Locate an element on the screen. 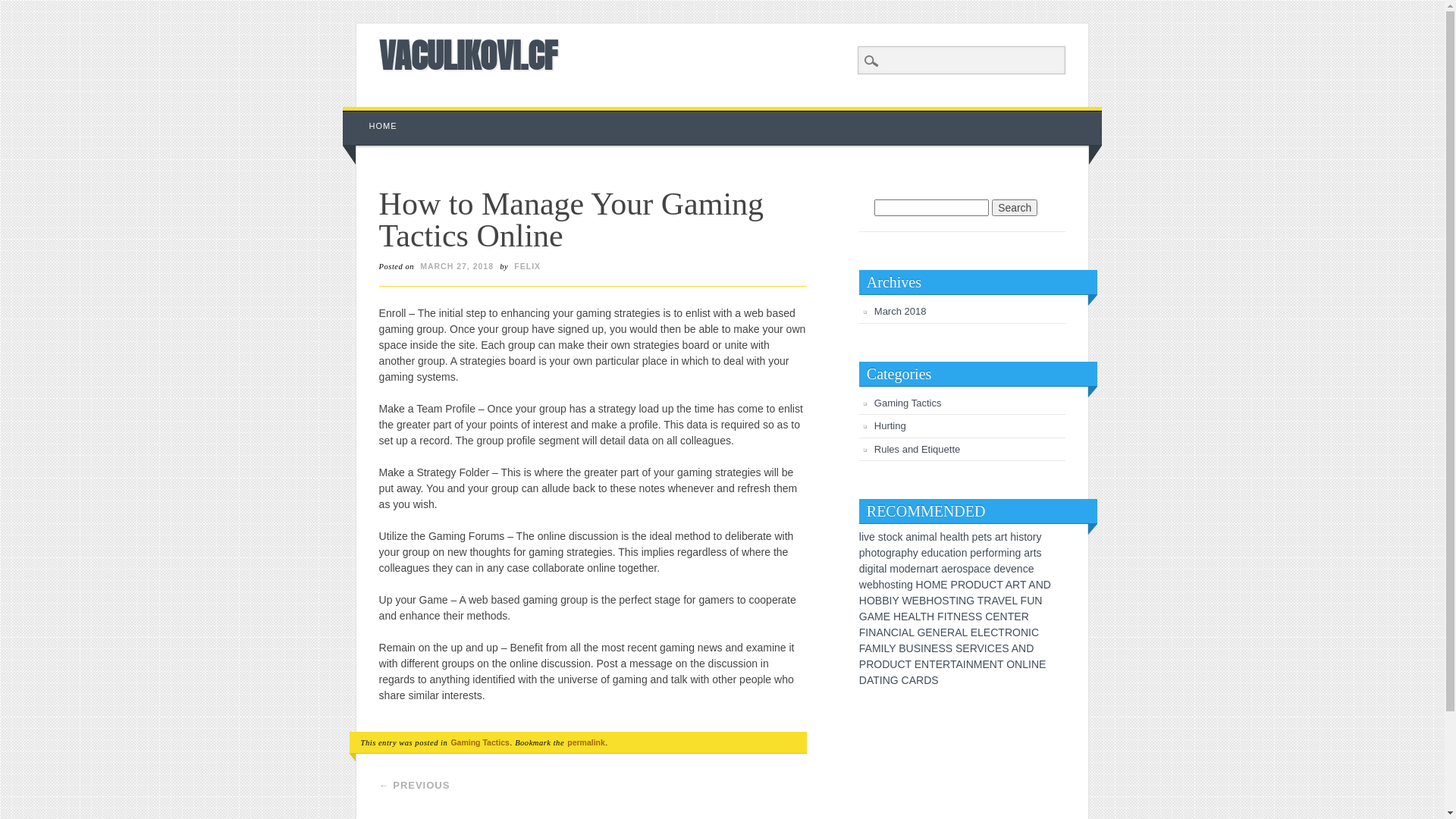 Image resolution: width=1456 pixels, height=819 pixels. 'Rules and Etiquette' is located at coordinates (916, 448).